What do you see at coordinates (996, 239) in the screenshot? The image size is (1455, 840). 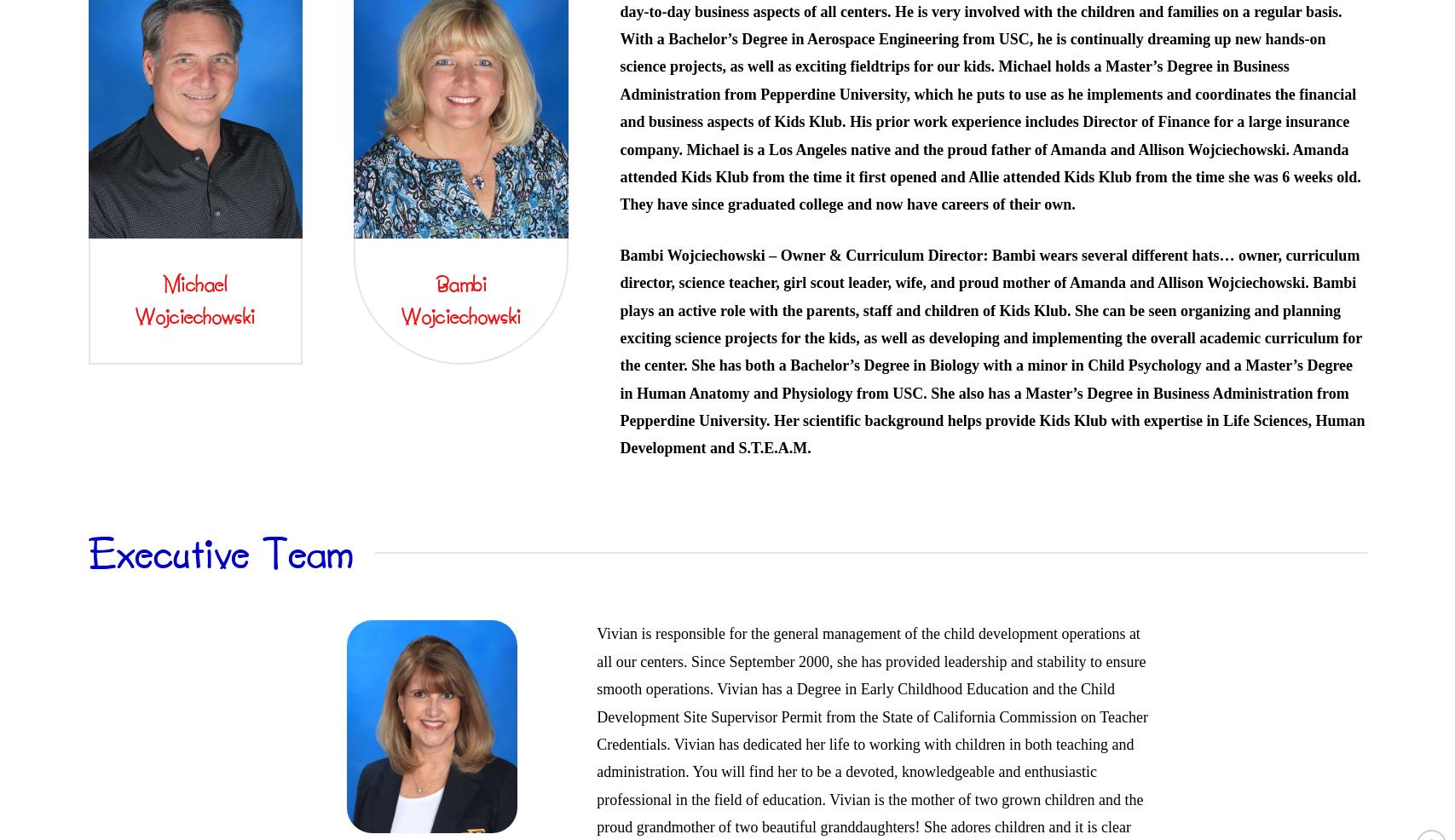 I see `'School Age Activities'` at bounding box center [996, 239].